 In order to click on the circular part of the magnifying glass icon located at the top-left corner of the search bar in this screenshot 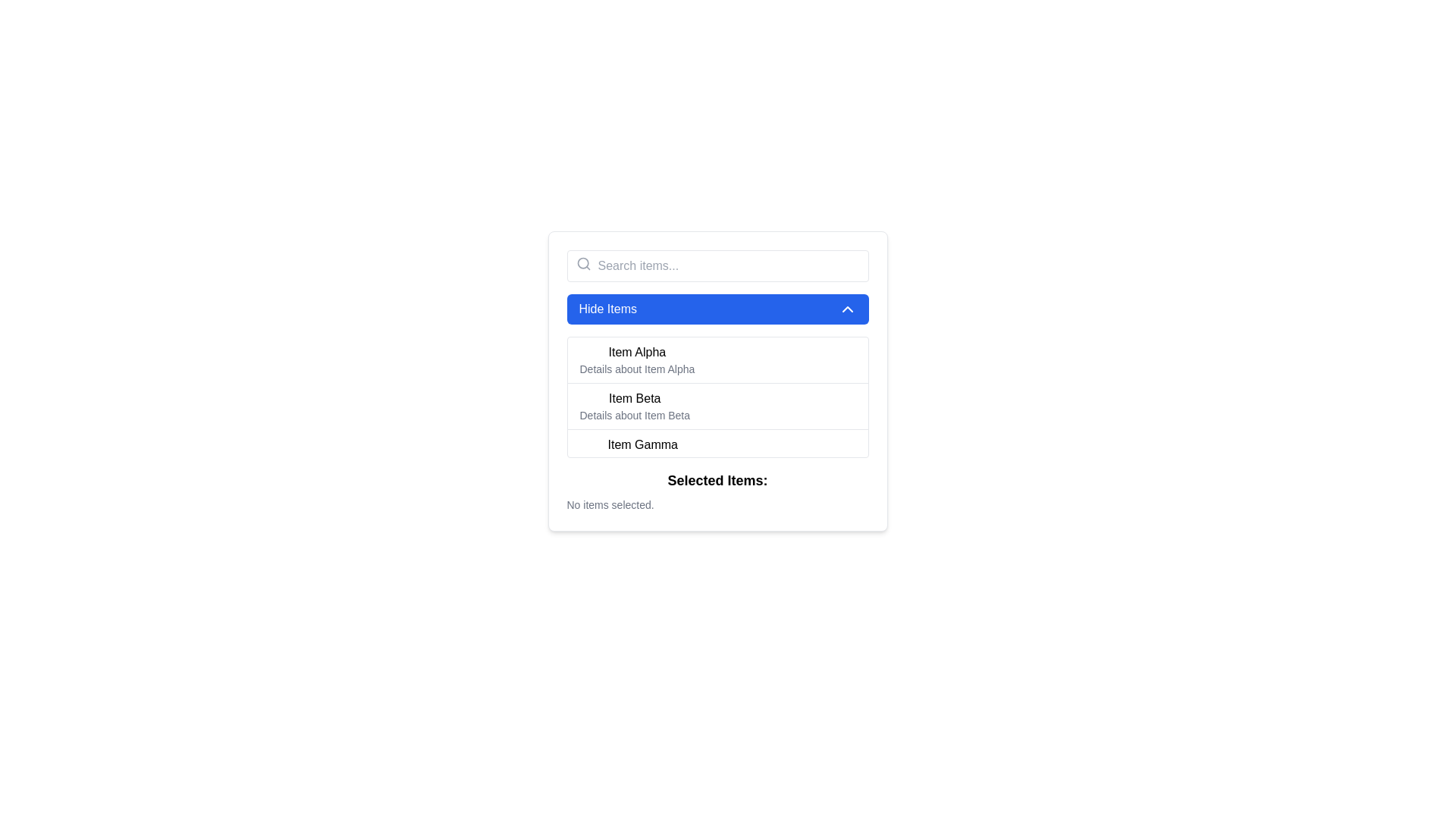, I will do `click(582, 262)`.